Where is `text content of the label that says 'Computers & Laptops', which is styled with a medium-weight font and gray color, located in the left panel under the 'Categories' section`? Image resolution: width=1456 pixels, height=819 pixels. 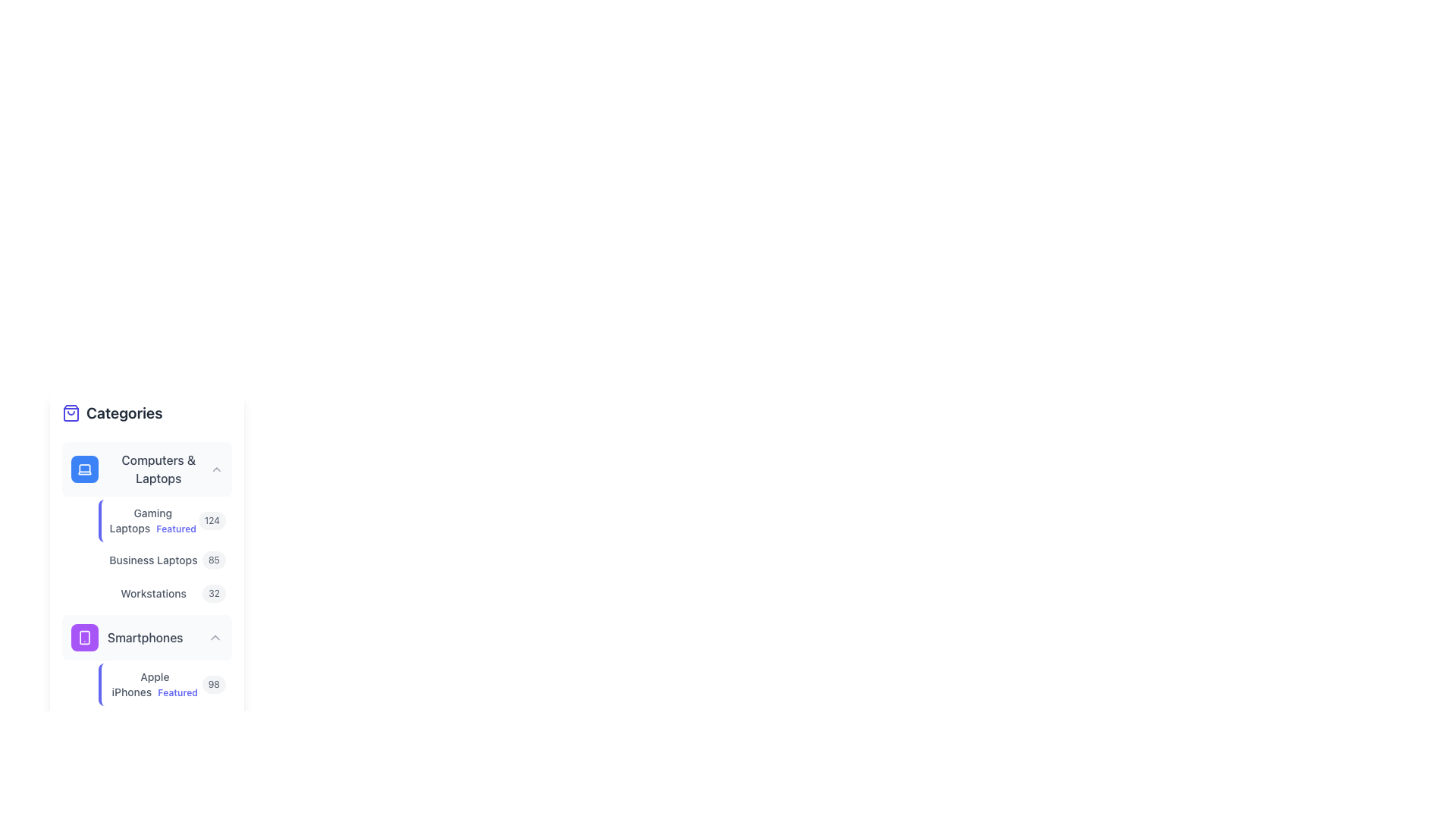 text content of the label that says 'Computers & Laptops', which is styled with a medium-weight font and gray color, located in the left panel under the 'Categories' section is located at coordinates (158, 468).